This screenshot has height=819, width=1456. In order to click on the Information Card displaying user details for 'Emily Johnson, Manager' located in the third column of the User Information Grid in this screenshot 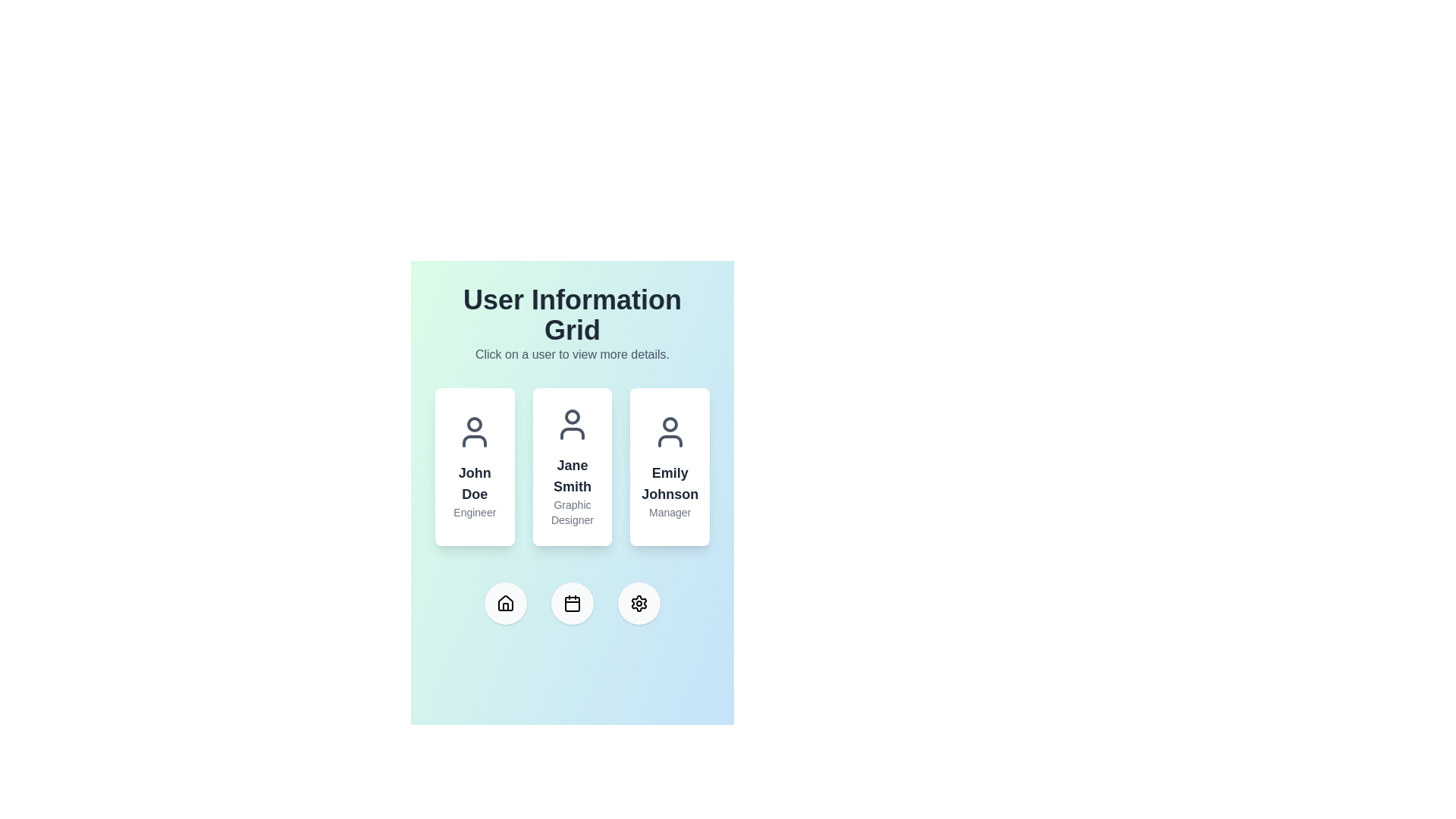, I will do `click(669, 466)`.